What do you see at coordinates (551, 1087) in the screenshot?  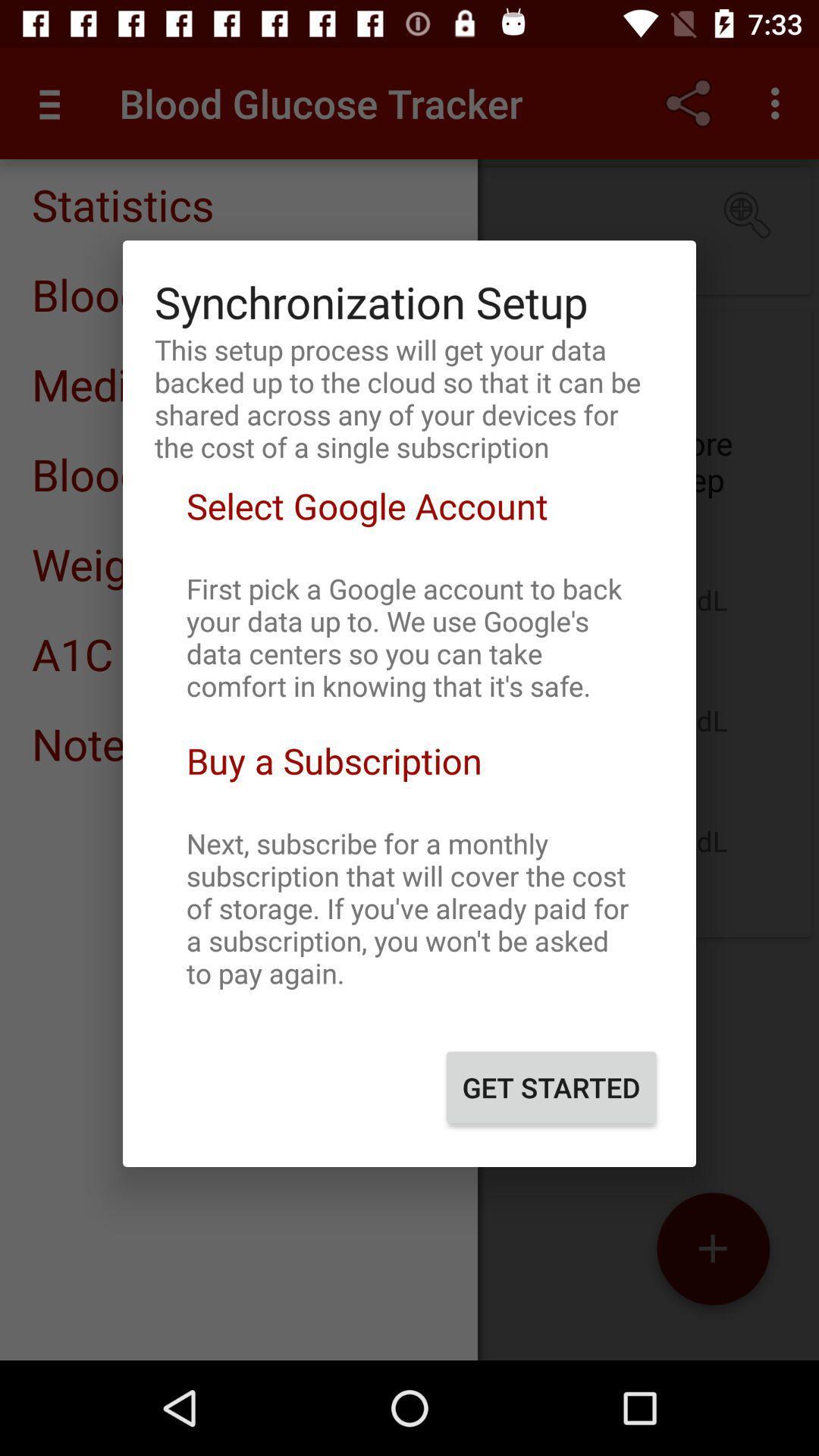 I see `the icon at the bottom right corner` at bounding box center [551, 1087].